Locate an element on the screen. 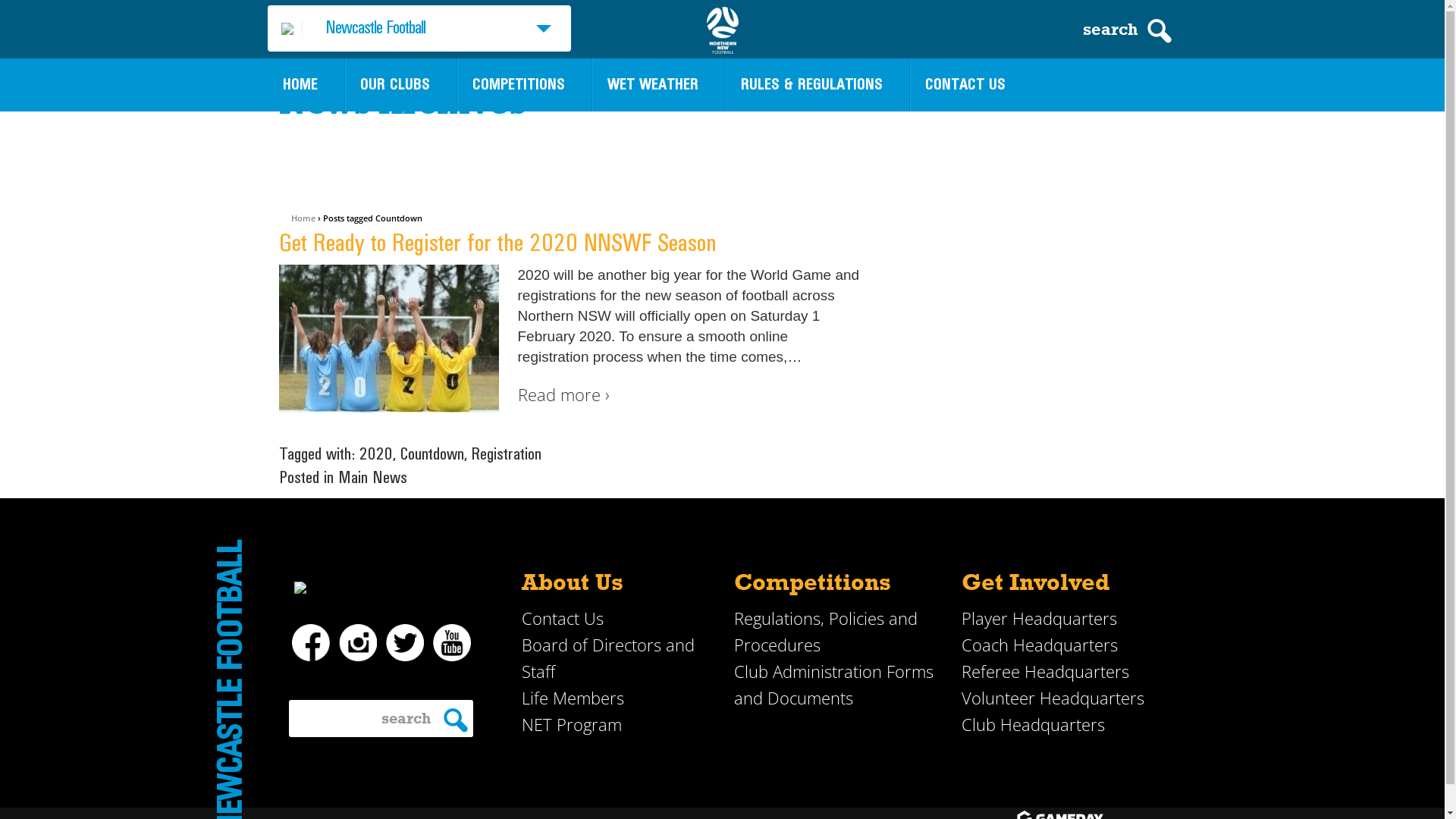 The width and height of the screenshot is (1456, 819). 'Youtube' is located at coordinates (431, 643).